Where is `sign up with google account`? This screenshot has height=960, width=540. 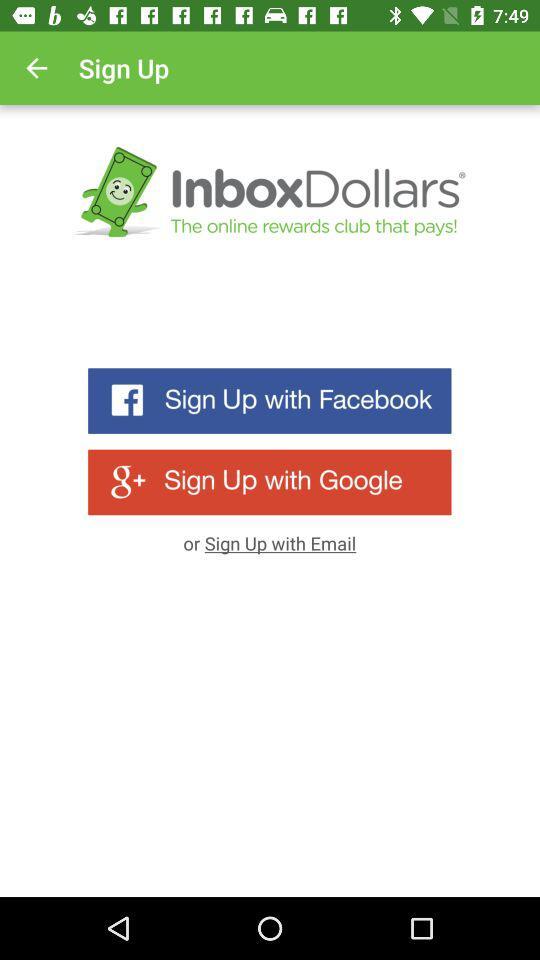
sign up with google account is located at coordinates (269, 481).